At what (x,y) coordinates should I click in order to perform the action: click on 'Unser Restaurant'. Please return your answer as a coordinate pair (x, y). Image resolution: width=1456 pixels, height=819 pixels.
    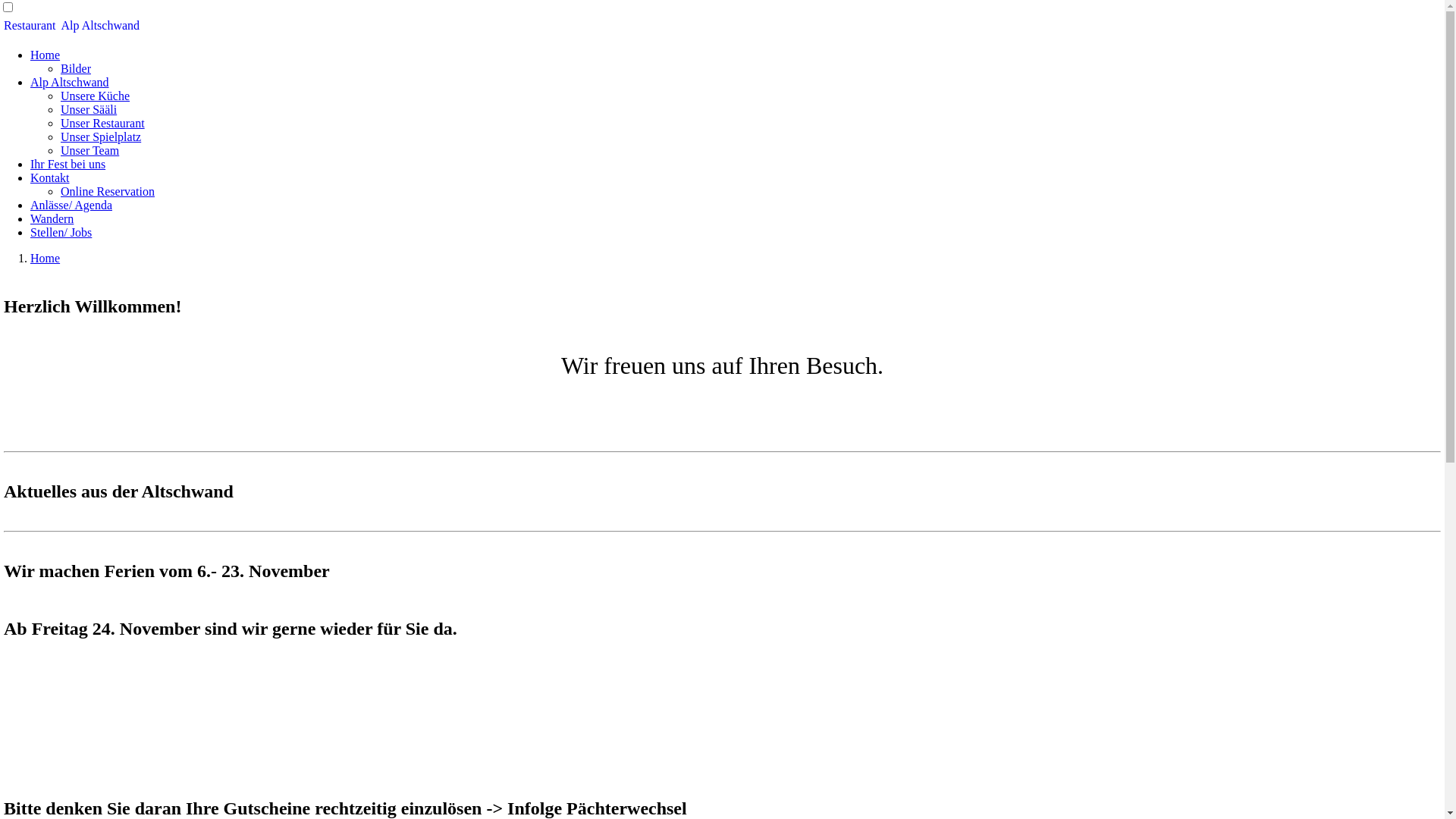
    Looking at the image, I should click on (102, 122).